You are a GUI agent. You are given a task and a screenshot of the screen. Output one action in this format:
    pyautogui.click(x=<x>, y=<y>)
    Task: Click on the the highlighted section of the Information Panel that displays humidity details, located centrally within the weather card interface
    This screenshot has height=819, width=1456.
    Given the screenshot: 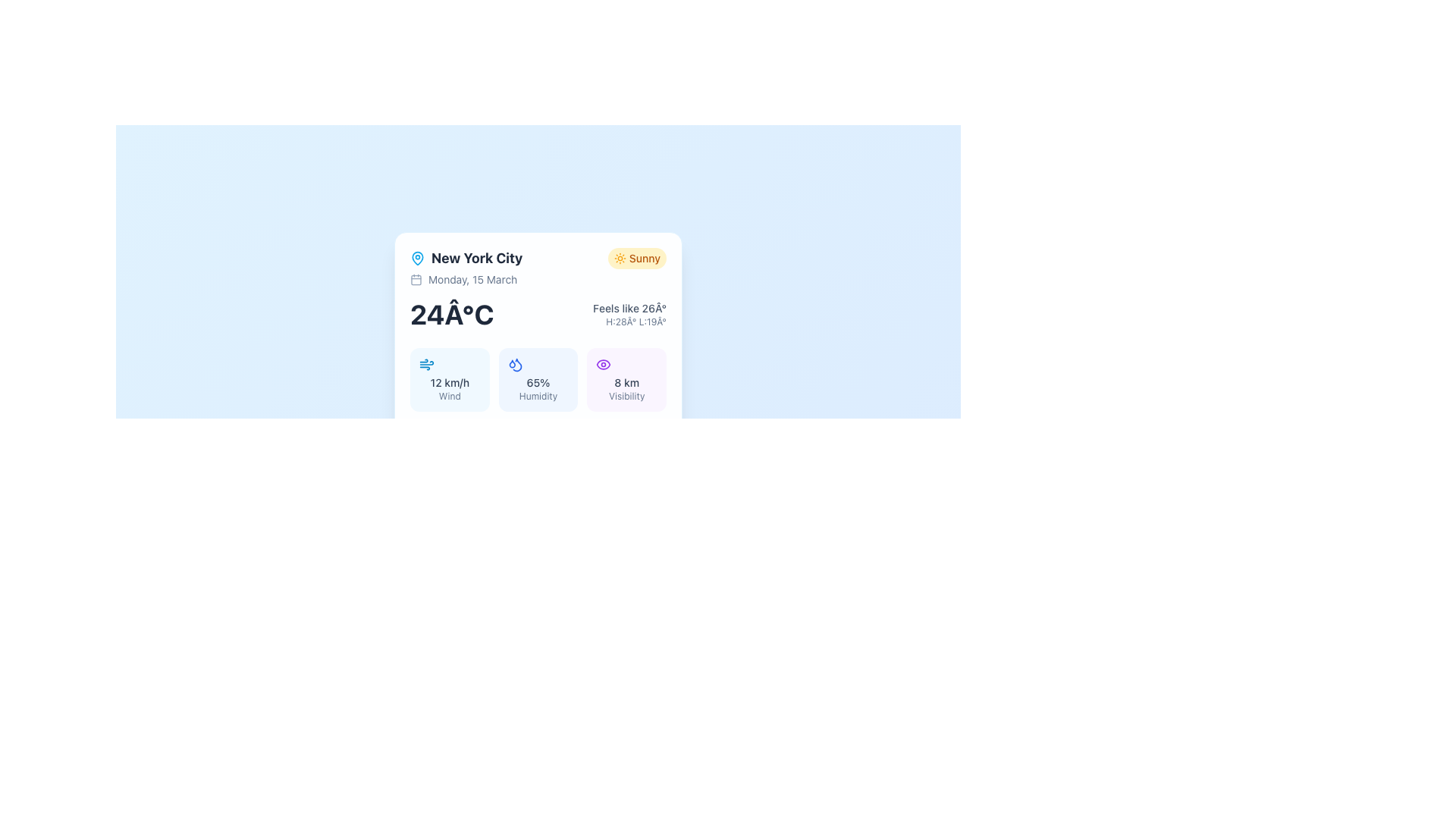 What is the action you would take?
    pyautogui.click(x=538, y=379)
    